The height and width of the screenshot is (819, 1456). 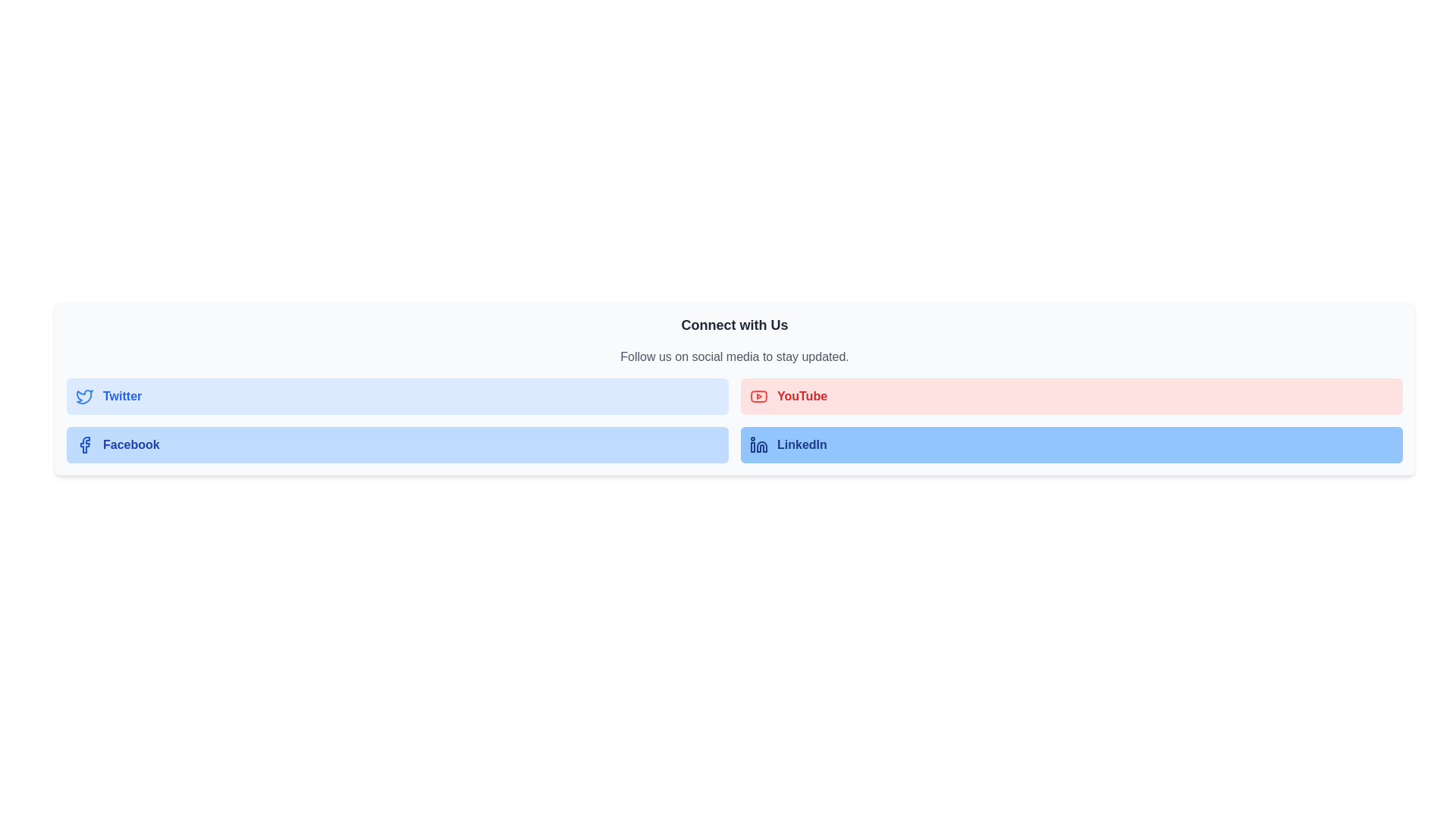 I want to click on the 'YouTube' text label, which is visually represented alongside an icon and located within a red-highlighted rectangular area, so click(x=802, y=396).